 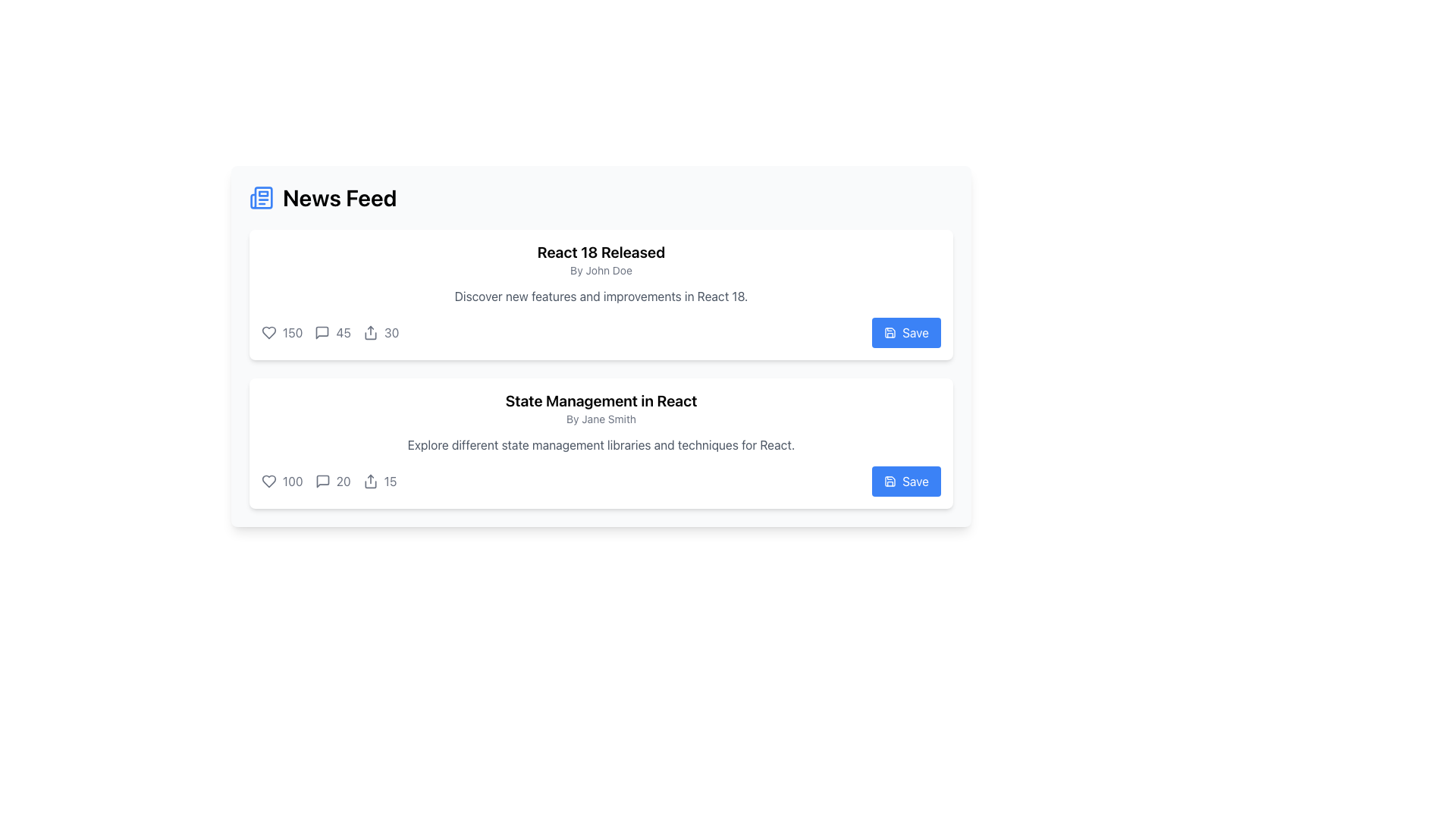 I want to click on the heart-shaped icon button located below the 'State Management in React' article, so click(x=269, y=482).